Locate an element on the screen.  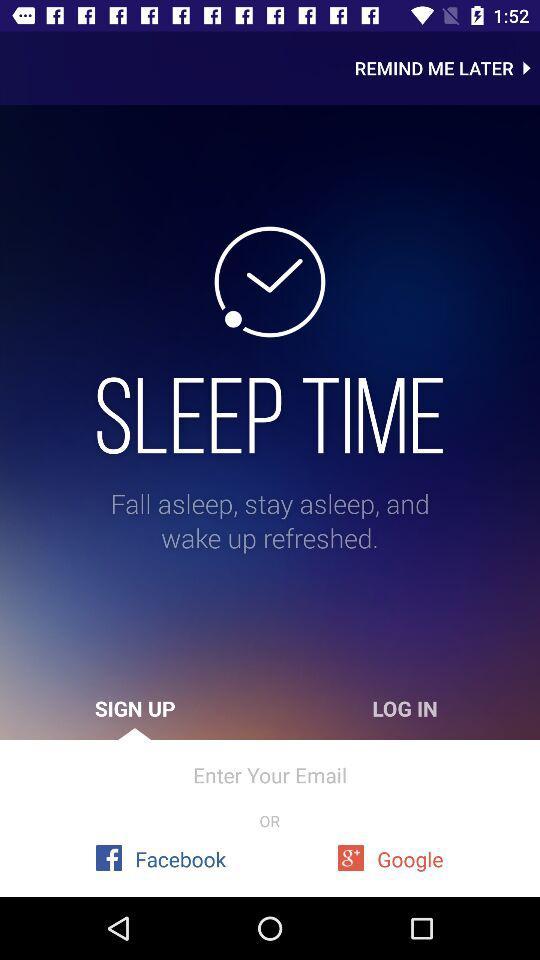
item next to the log in is located at coordinates (135, 708).